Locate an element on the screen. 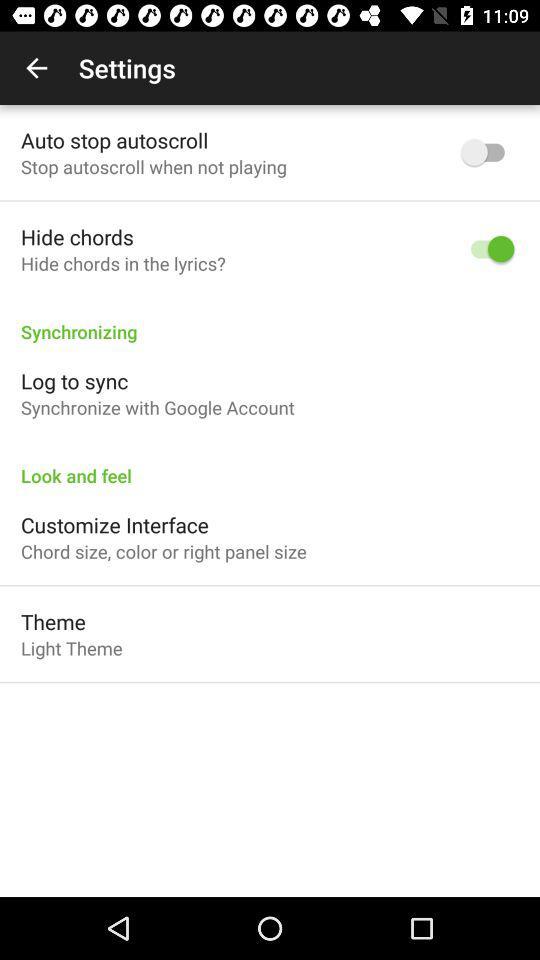  the chord size color item is located at coordinates (162, 551).